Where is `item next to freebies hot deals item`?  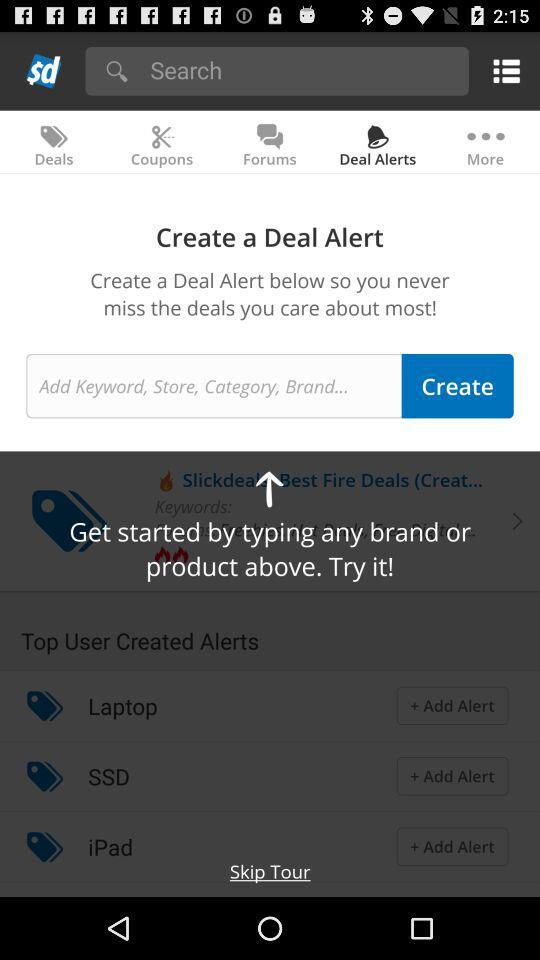
item next to freebies hot deals item is located at coordinates (185, 528).